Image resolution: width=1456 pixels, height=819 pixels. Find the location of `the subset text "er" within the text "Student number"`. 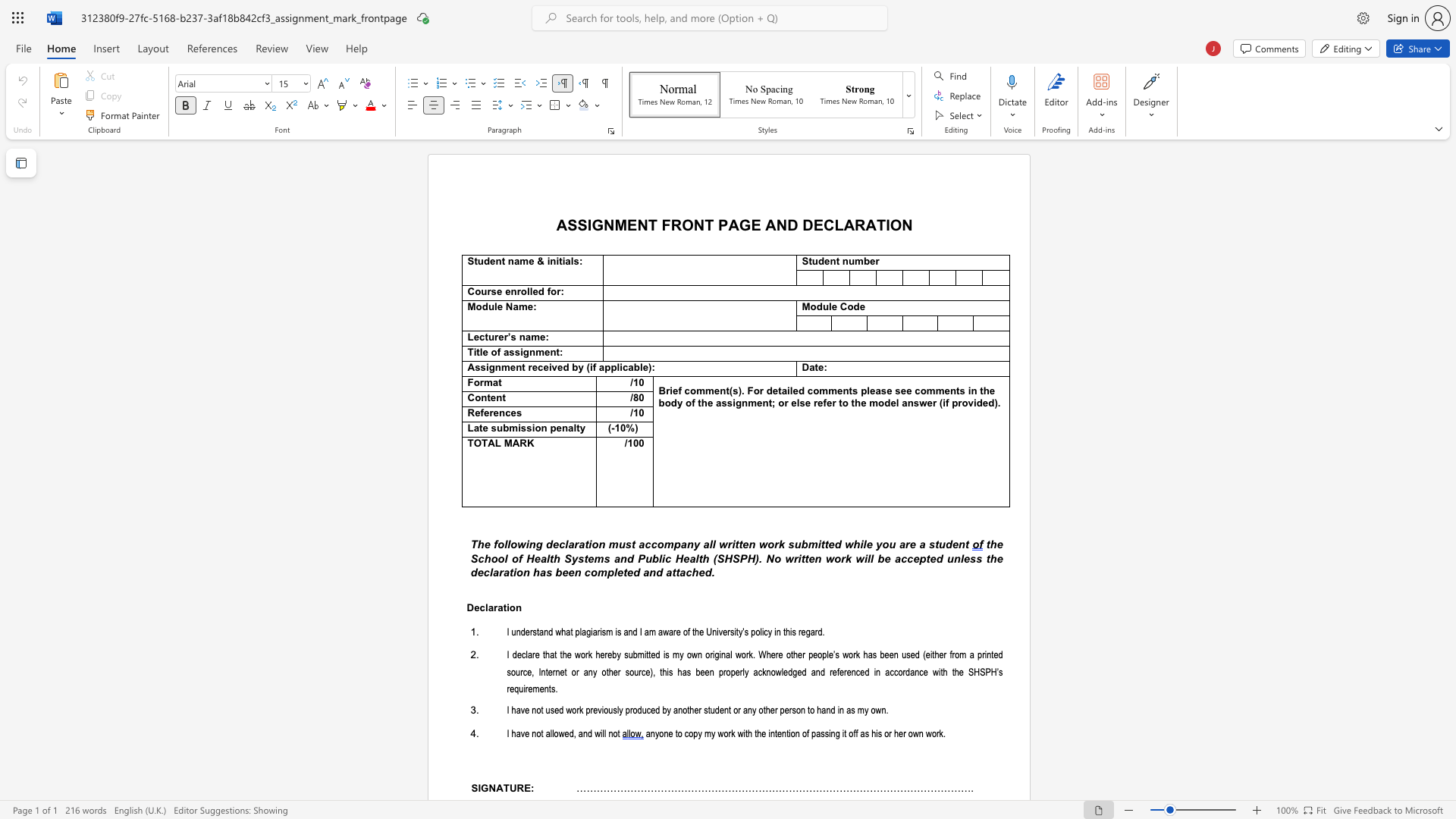

the subset text "er" within the text "Student number" is located at coordinates (870, 260).